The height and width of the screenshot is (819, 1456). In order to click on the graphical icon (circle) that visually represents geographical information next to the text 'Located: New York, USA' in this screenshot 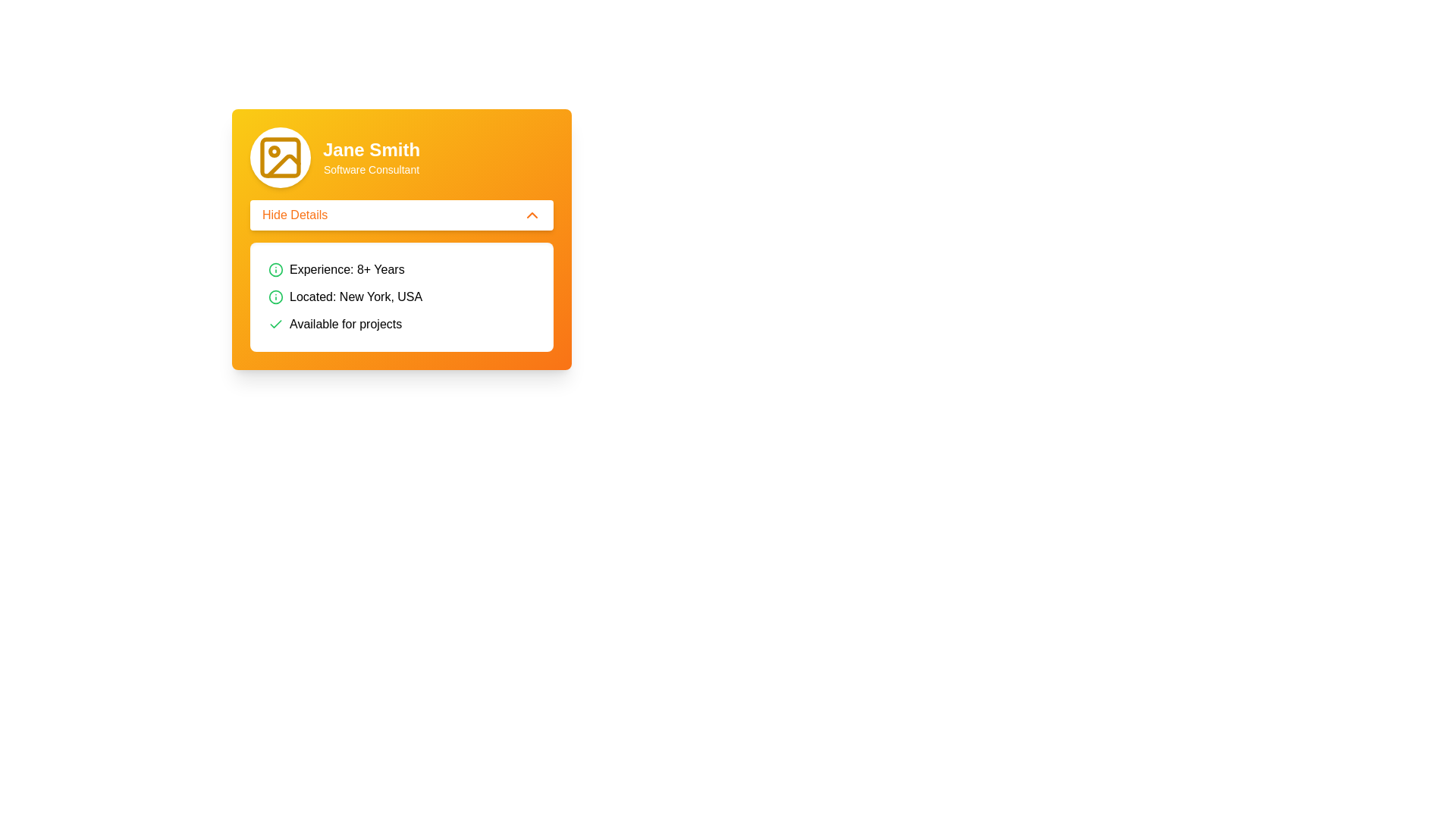, I will do `click(276, 268)`.